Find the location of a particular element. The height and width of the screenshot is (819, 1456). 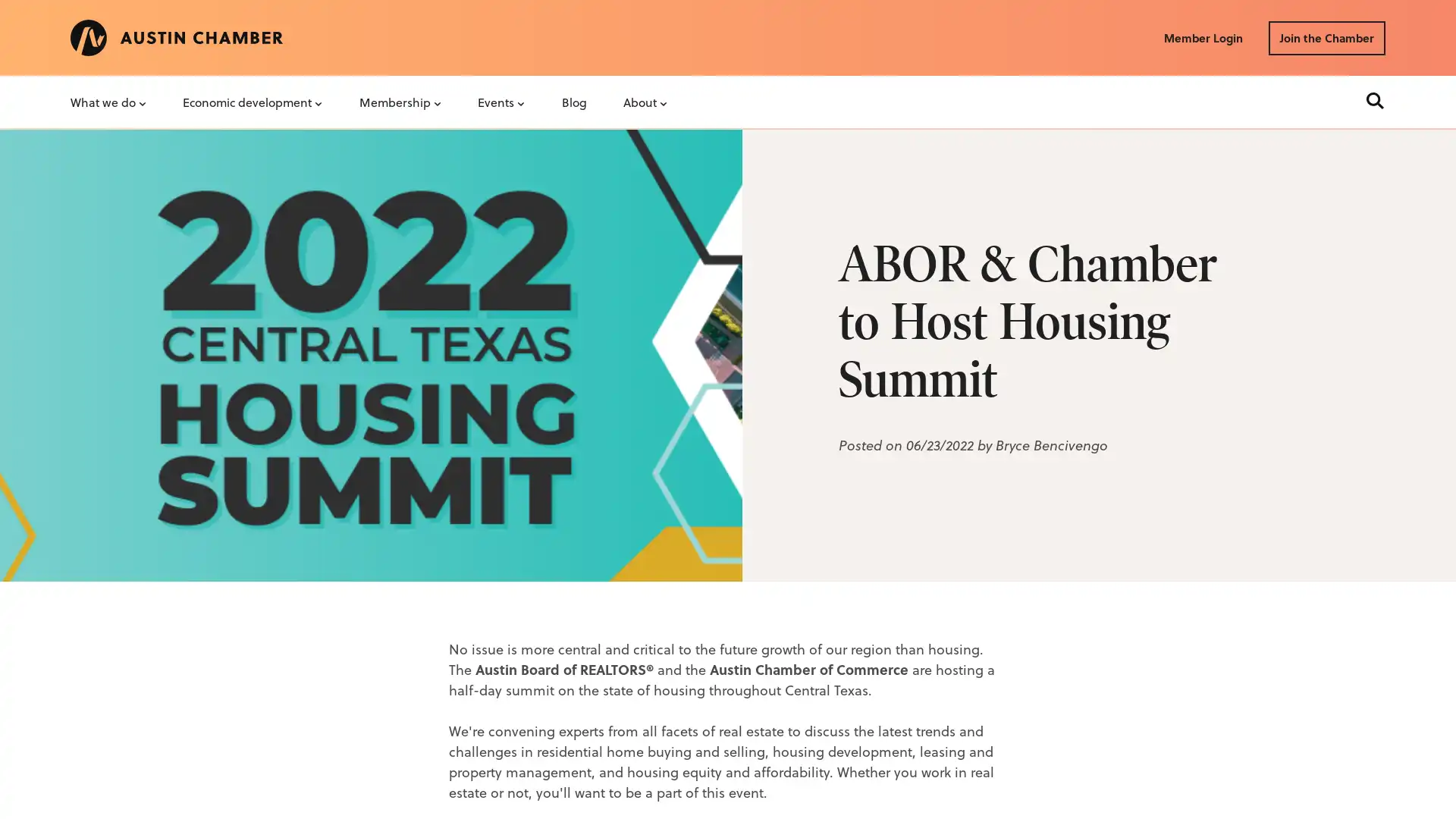

Search is located at coordinates (1375, 102).